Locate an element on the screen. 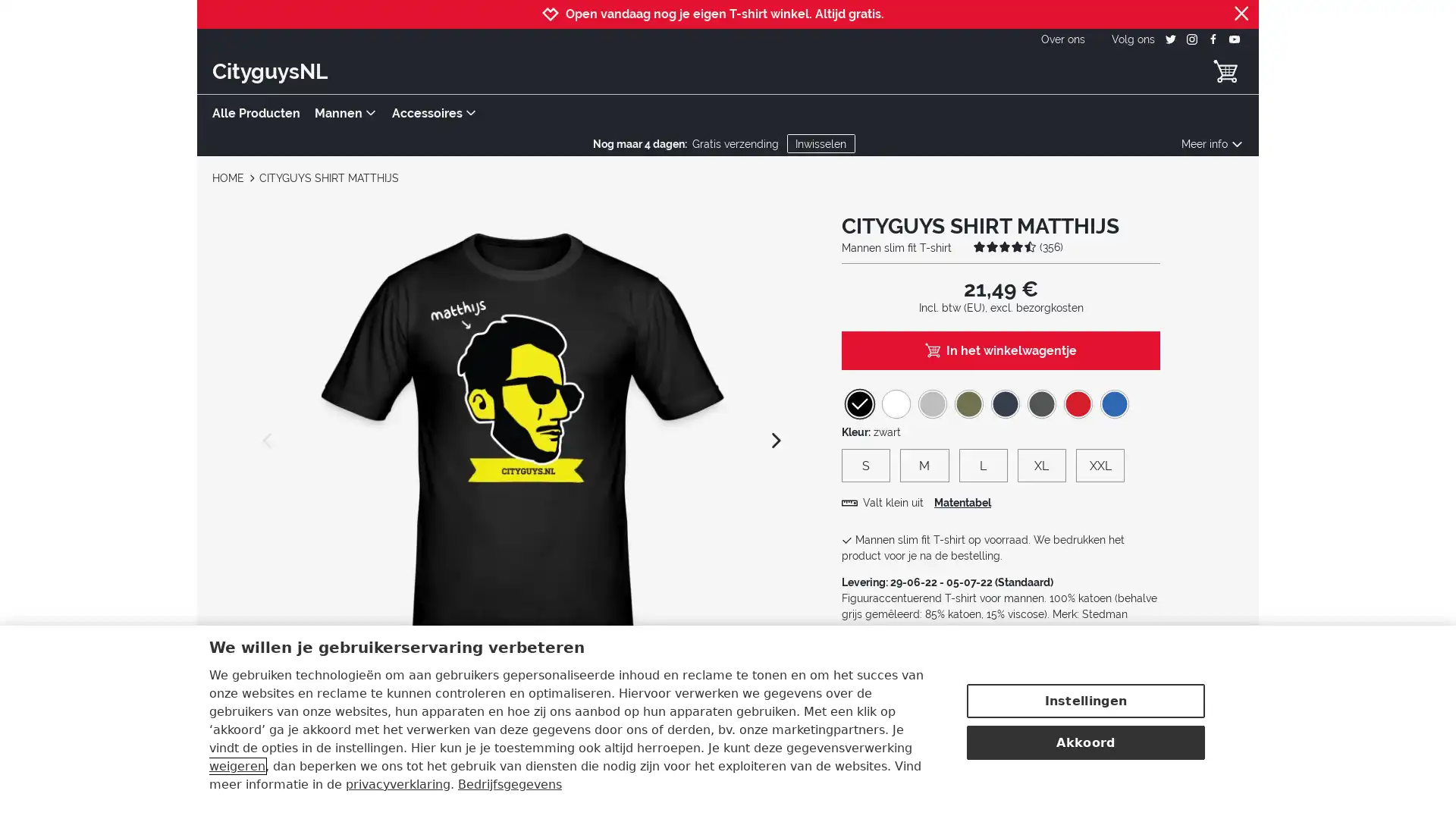 The height and width of the screenshot is (819, 1456). Akkoord is located at coordinates (1084, 730).